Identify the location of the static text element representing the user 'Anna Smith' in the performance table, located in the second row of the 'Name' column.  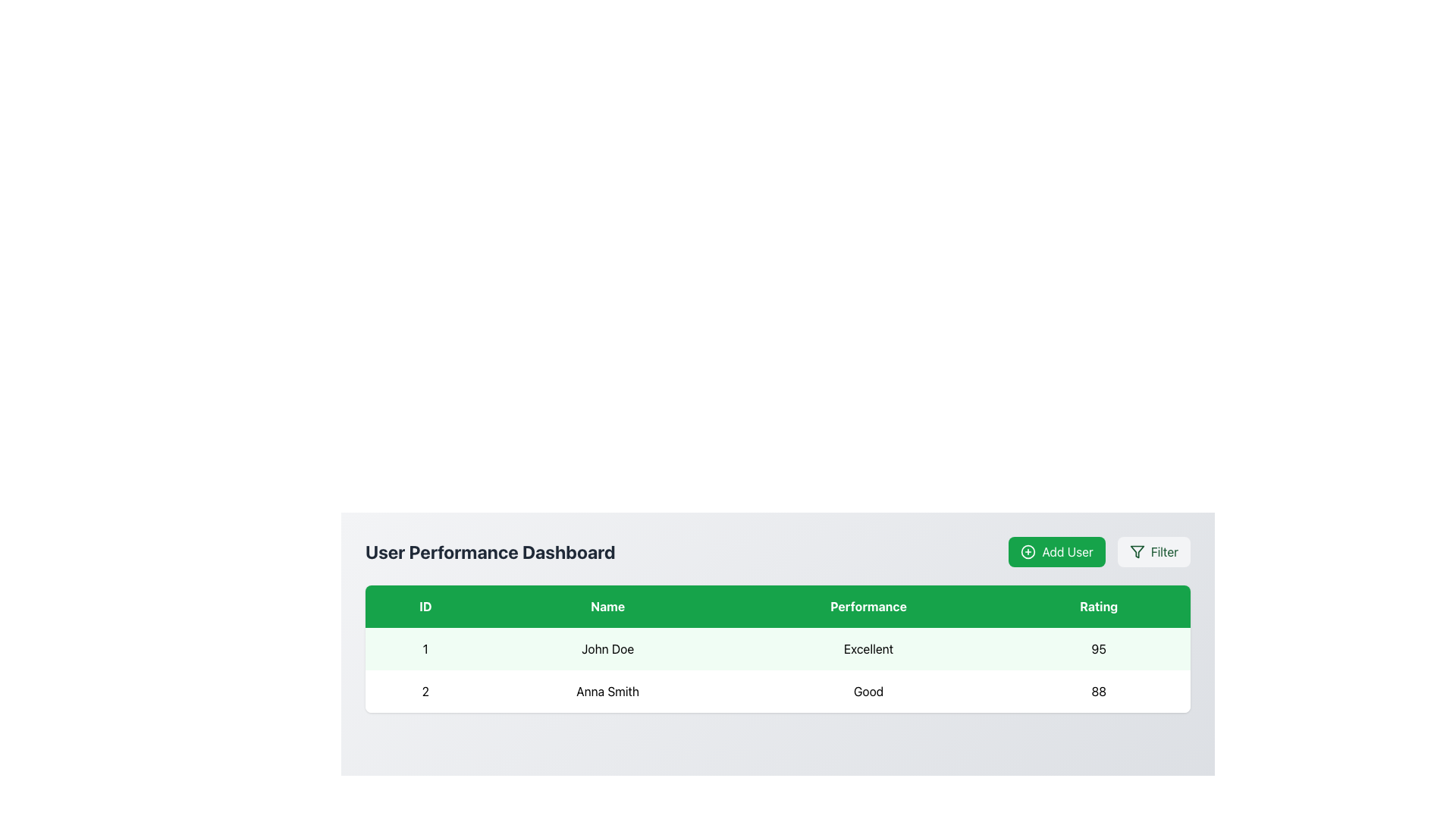
(607, 691).